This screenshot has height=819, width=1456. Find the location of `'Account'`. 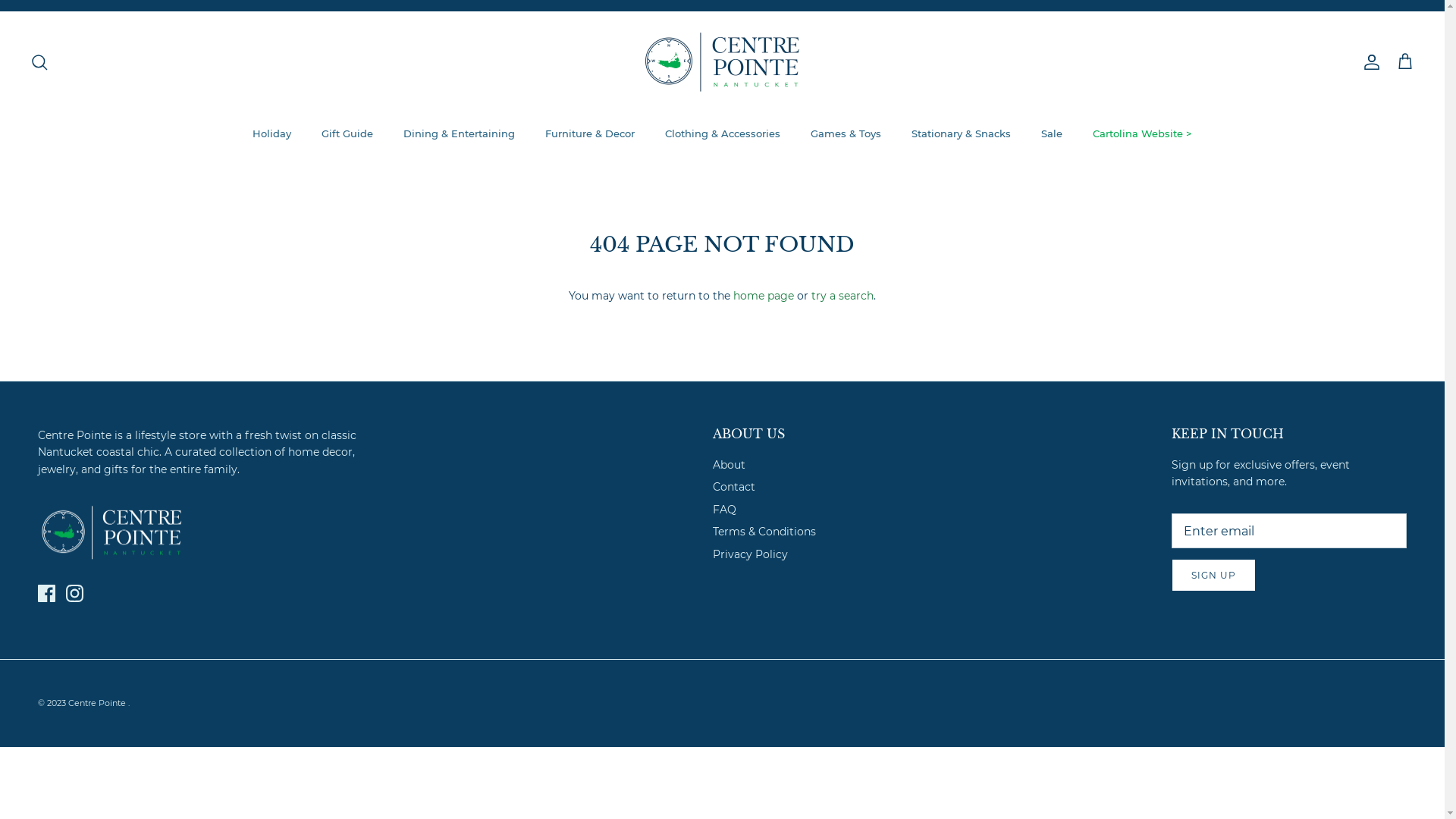

'Account' is located at coordinates (1368, 61).